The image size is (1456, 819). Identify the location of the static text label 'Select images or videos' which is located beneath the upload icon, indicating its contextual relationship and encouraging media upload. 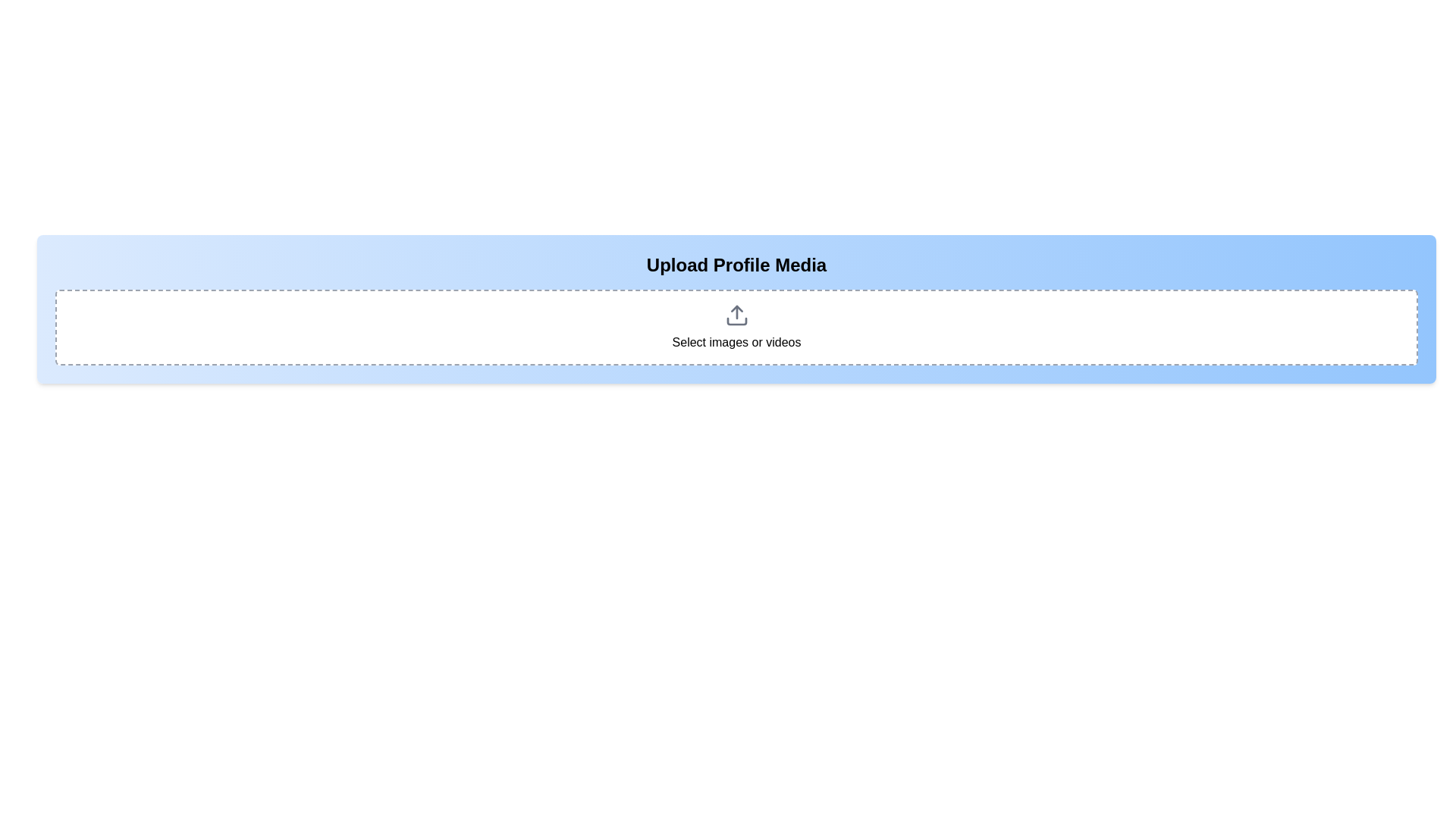
(736, 342).